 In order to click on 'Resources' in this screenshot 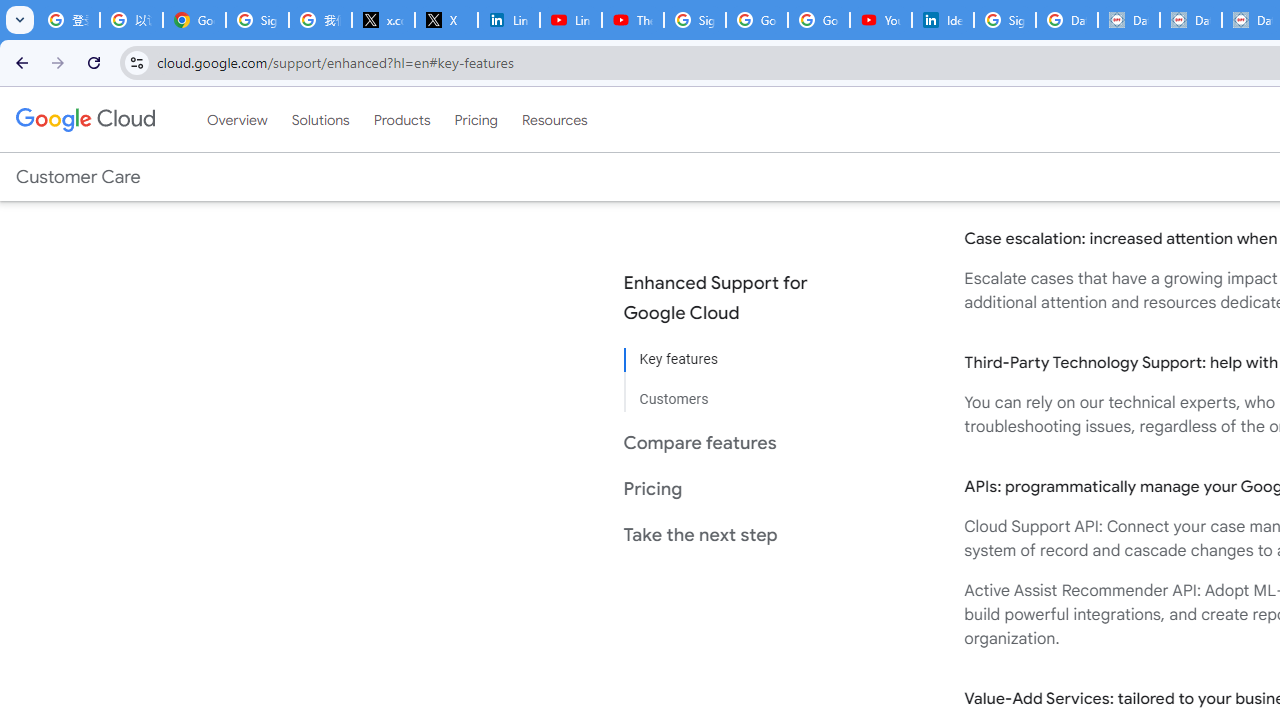, I will do `click(554, 119)`.